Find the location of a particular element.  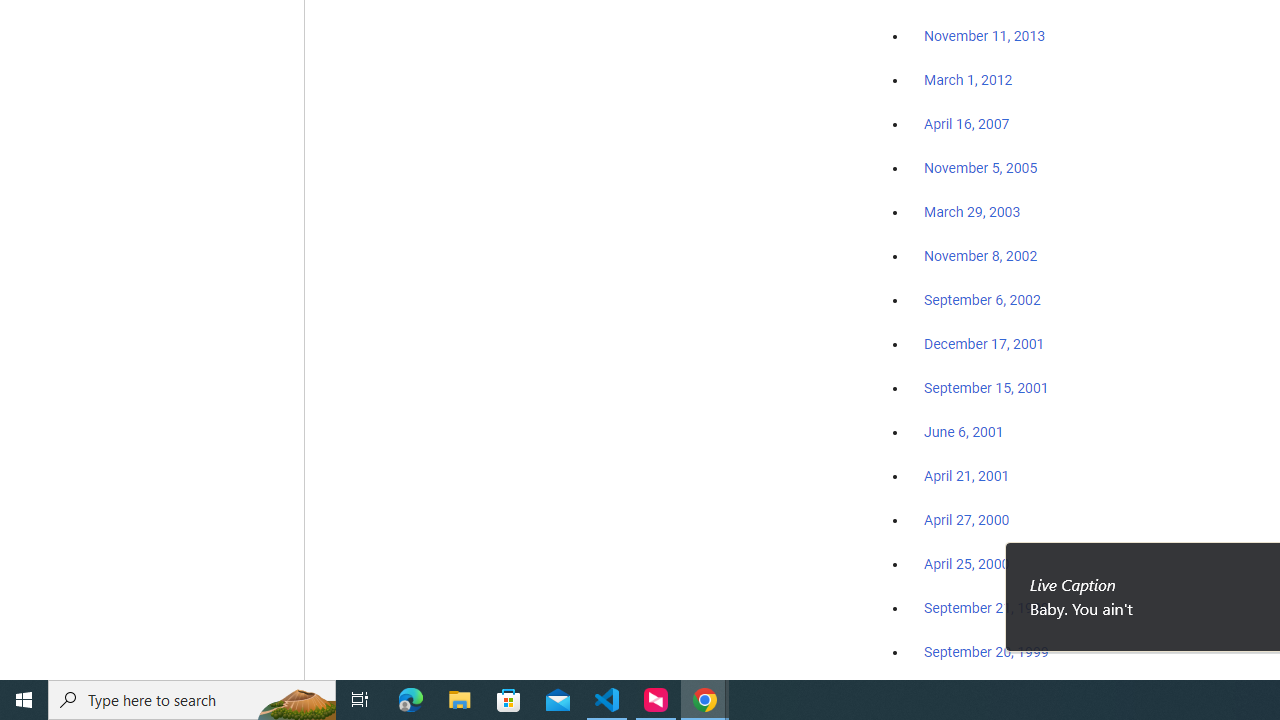

'April 25, 2000' is located at coordinates (967, 564).